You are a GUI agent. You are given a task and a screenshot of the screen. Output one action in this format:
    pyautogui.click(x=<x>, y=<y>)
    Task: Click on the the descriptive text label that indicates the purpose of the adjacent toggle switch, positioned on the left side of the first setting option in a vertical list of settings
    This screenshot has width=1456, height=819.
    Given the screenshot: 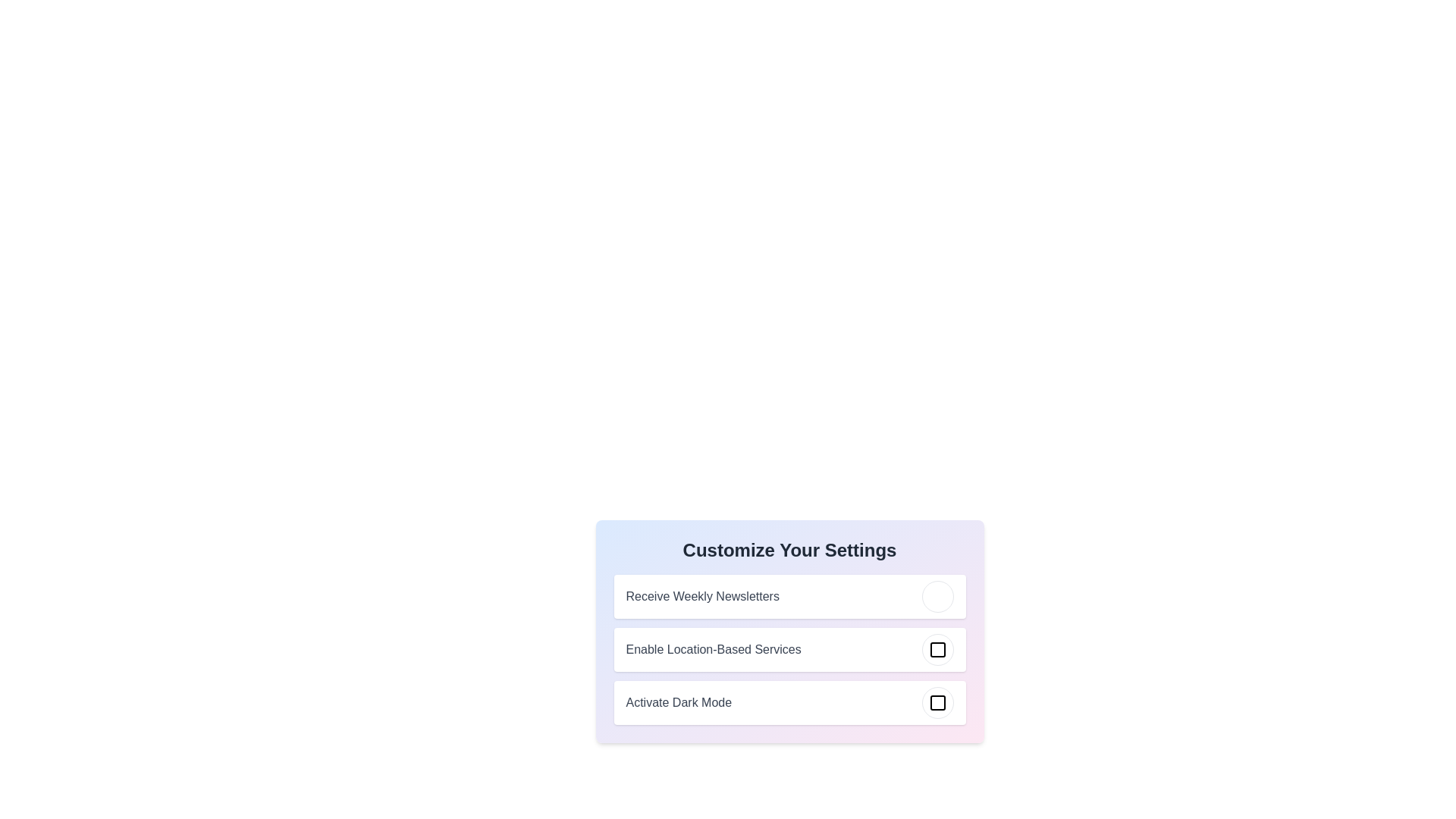 What is the action you would take?
    pyautogui.click(x=701, y=595)
    